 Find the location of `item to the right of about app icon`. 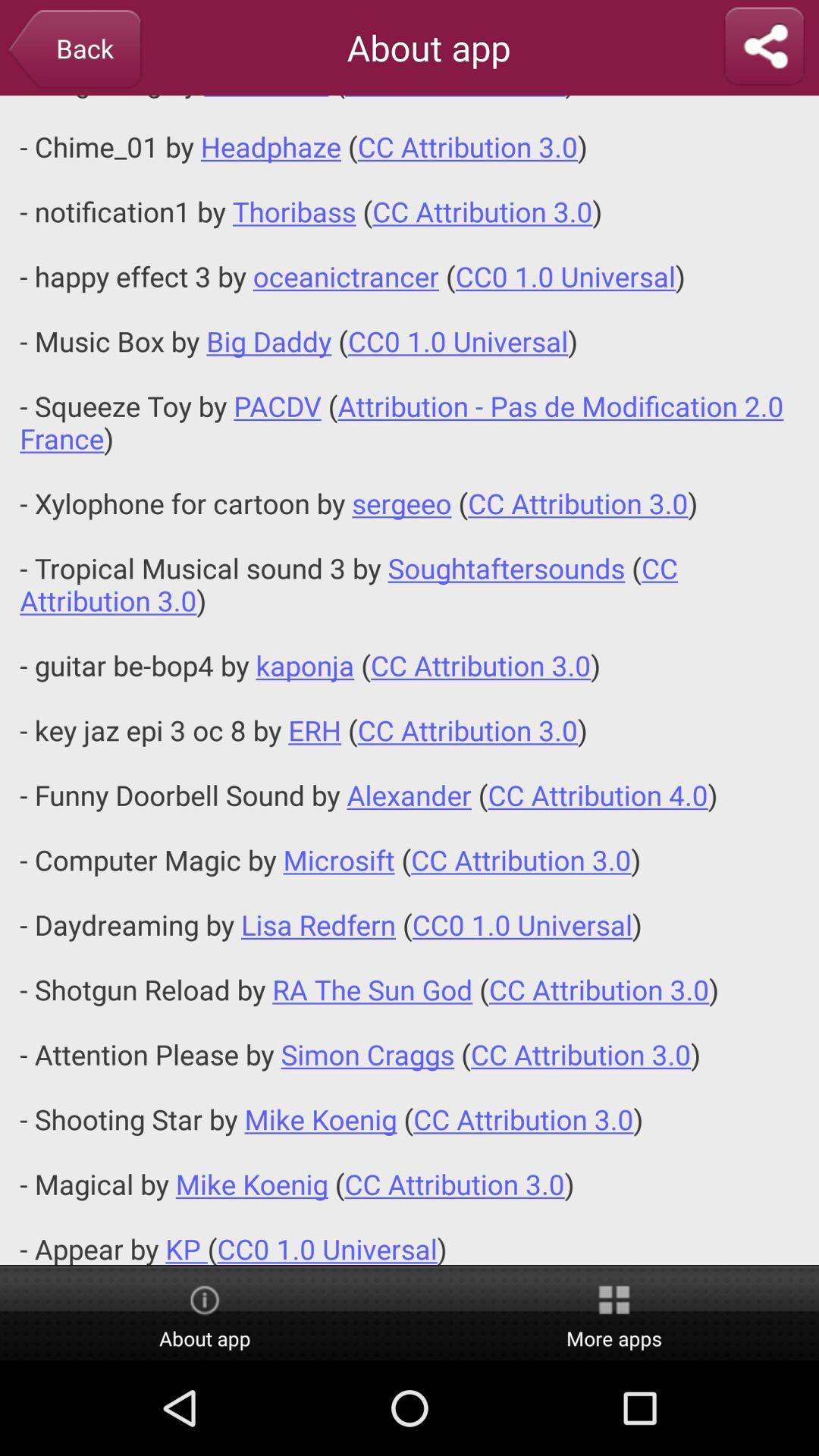

item to the right of about app icon is located at coordinates (614, 1313).